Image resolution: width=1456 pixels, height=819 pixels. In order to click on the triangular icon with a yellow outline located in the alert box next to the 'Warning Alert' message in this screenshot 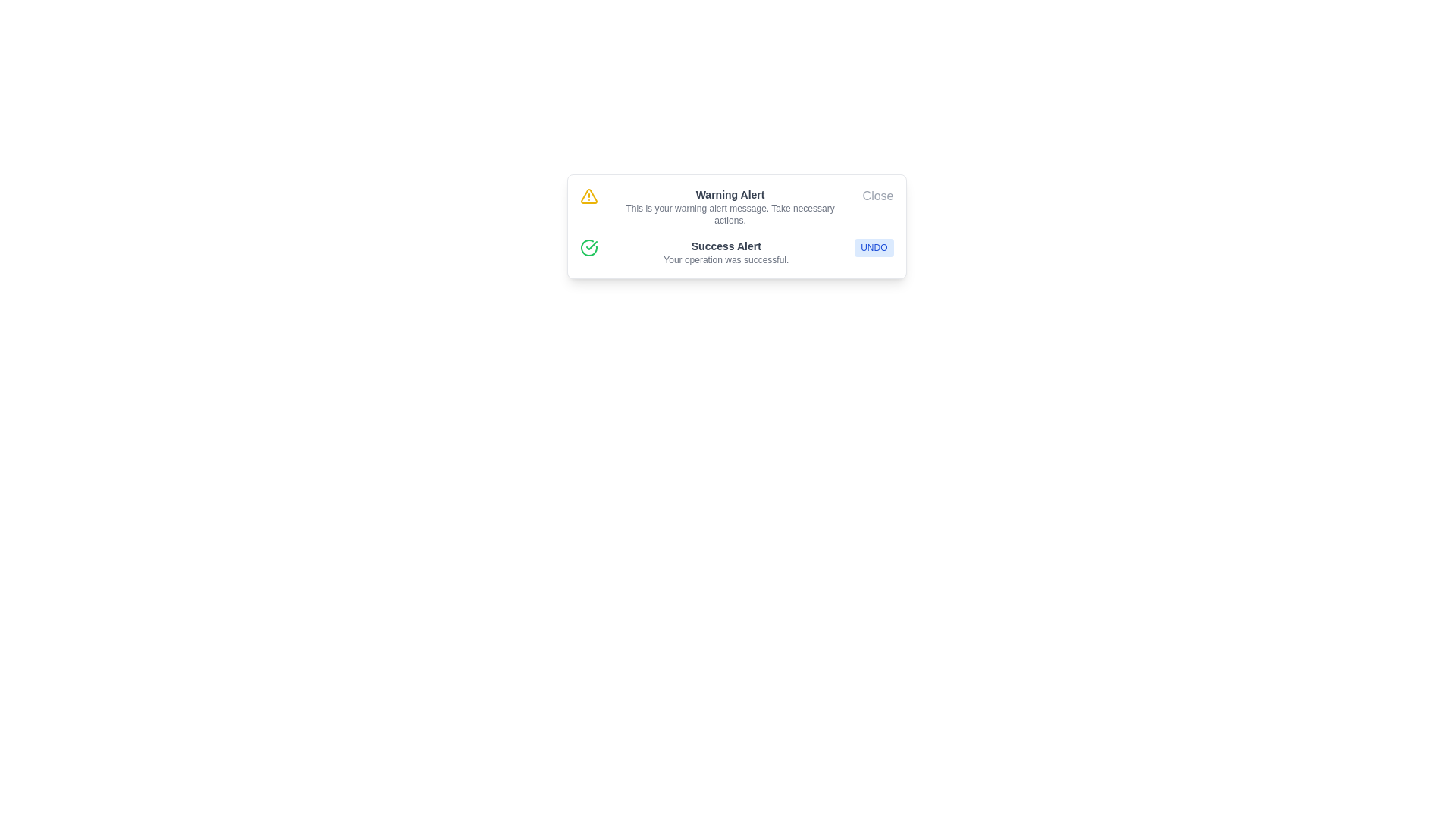, I will do `click(588, 195)`.